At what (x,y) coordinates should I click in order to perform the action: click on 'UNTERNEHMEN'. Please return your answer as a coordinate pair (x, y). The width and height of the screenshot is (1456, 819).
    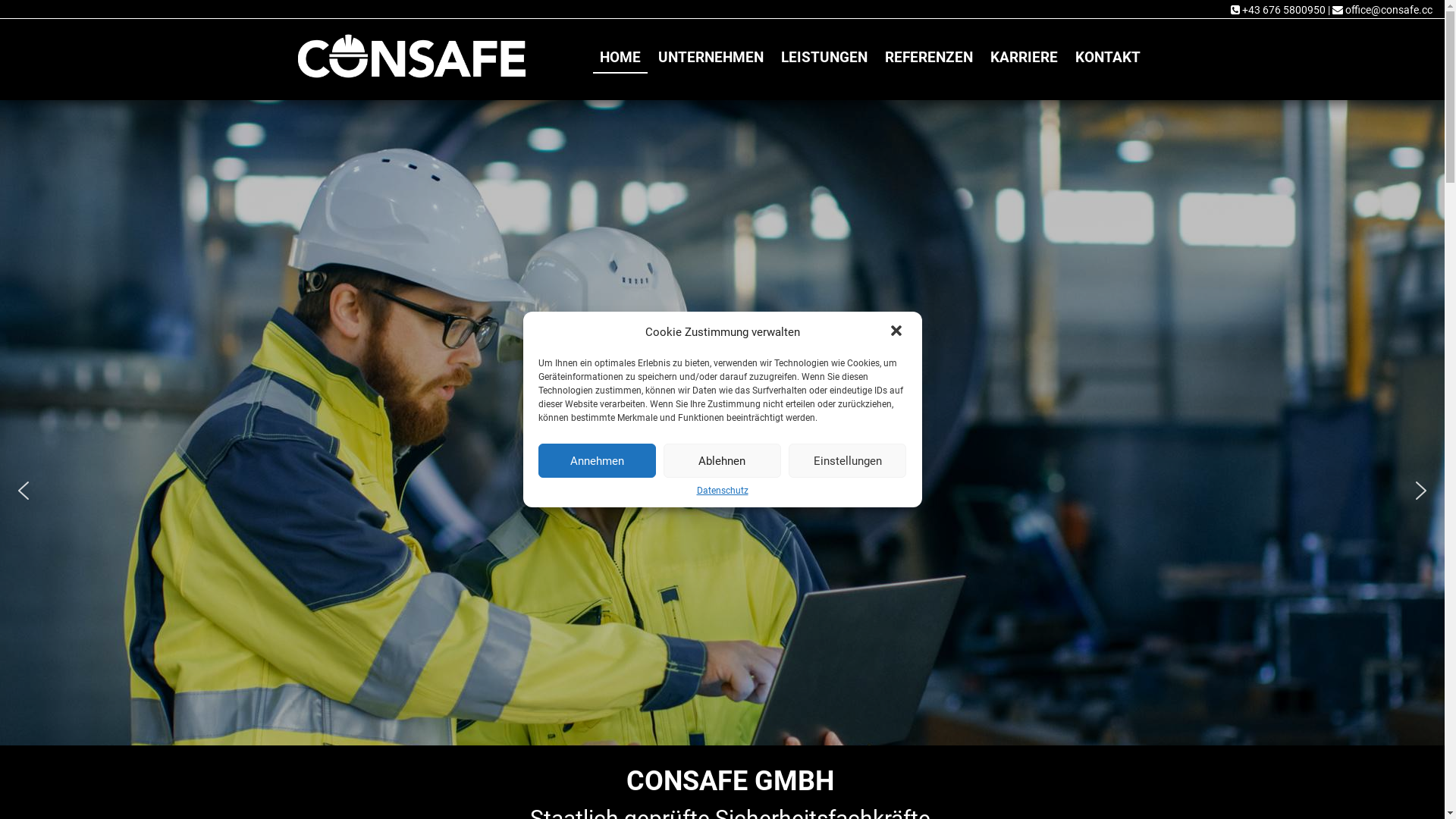
    Looking at the image, I should click on (709, 56).